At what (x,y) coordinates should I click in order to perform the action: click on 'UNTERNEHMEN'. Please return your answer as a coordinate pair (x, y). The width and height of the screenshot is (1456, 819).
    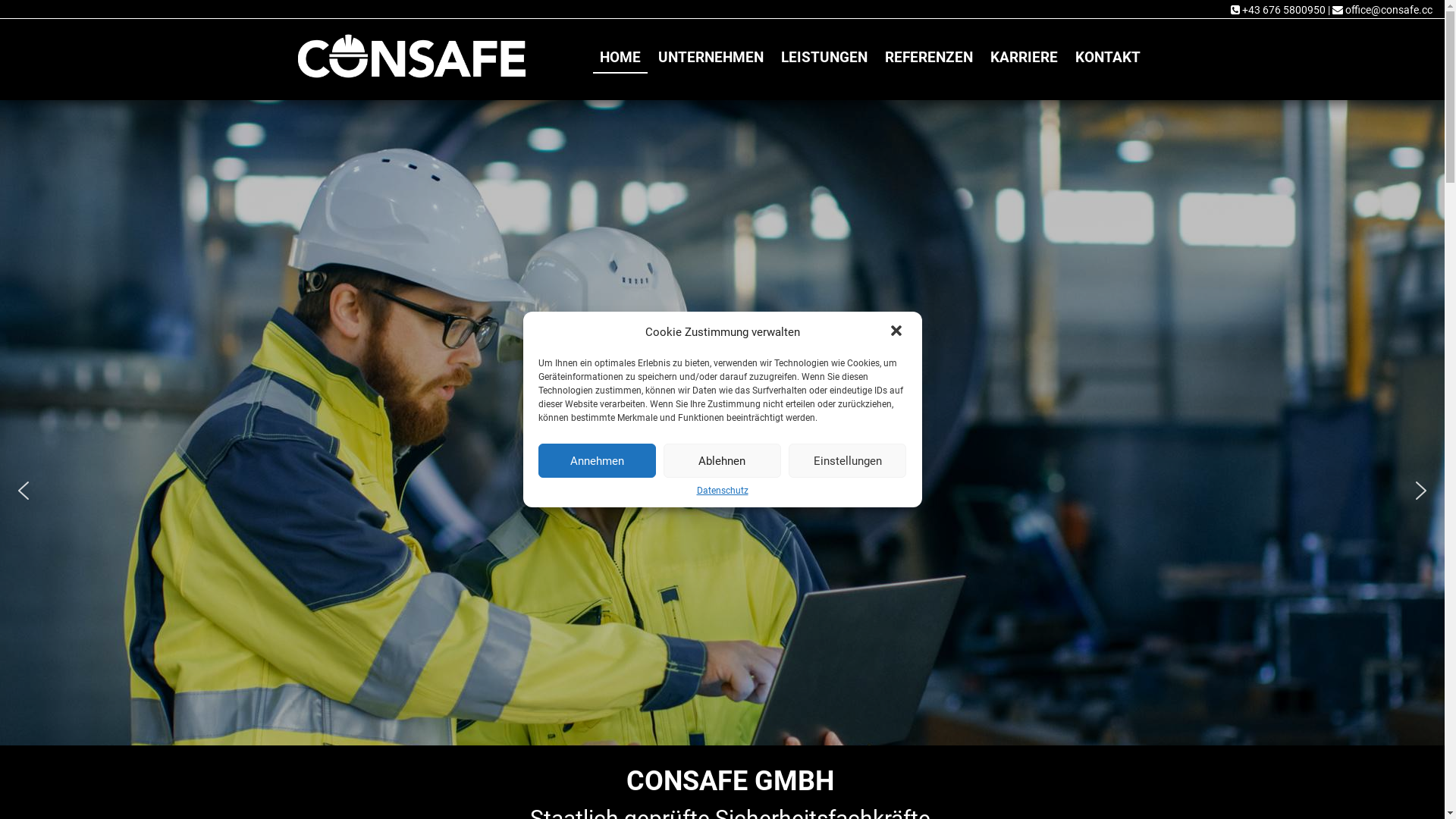
    Looking at the image, I should click on (709, 56).